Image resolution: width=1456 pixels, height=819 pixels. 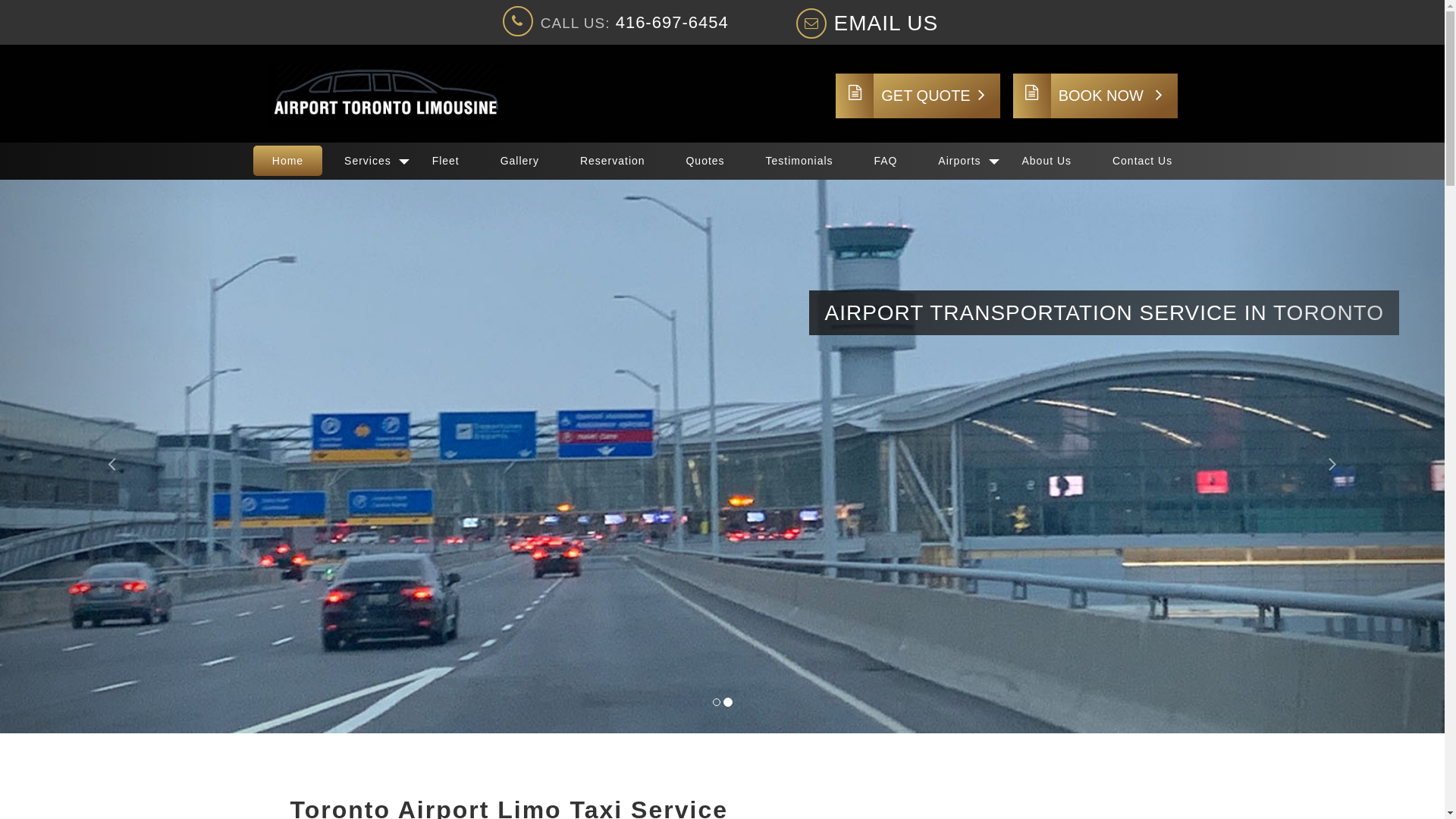 What do you see at coordinates (384, 96) in the screenshot?
I see `'Airport Toronto Limo Taxi'` at bounding box center [384, 96].